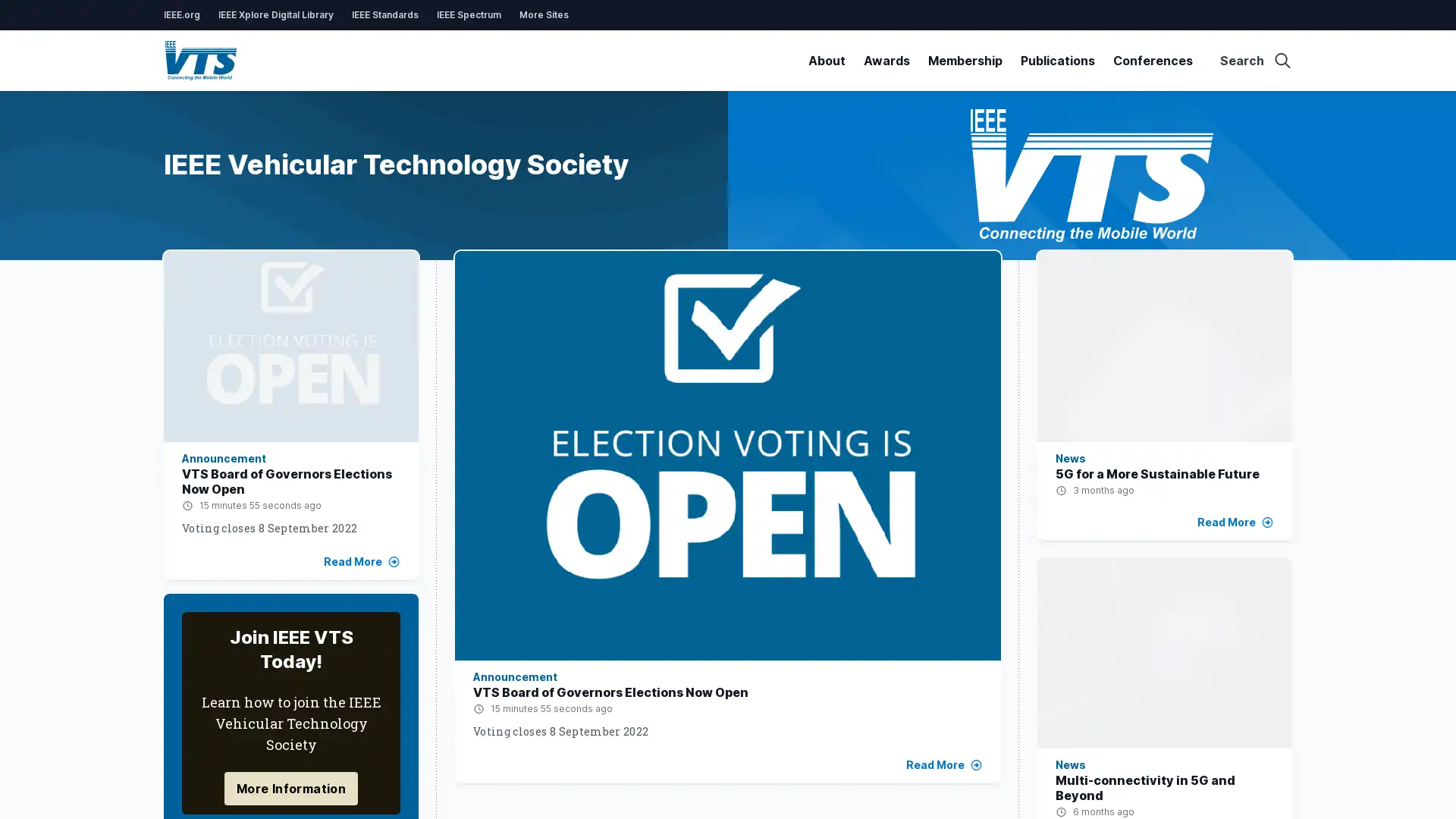 The width and height of the screenshot is (1456, 819). Describe the element at coordinates (1057, 60) in the screenshot. I see `Publications` at that location.